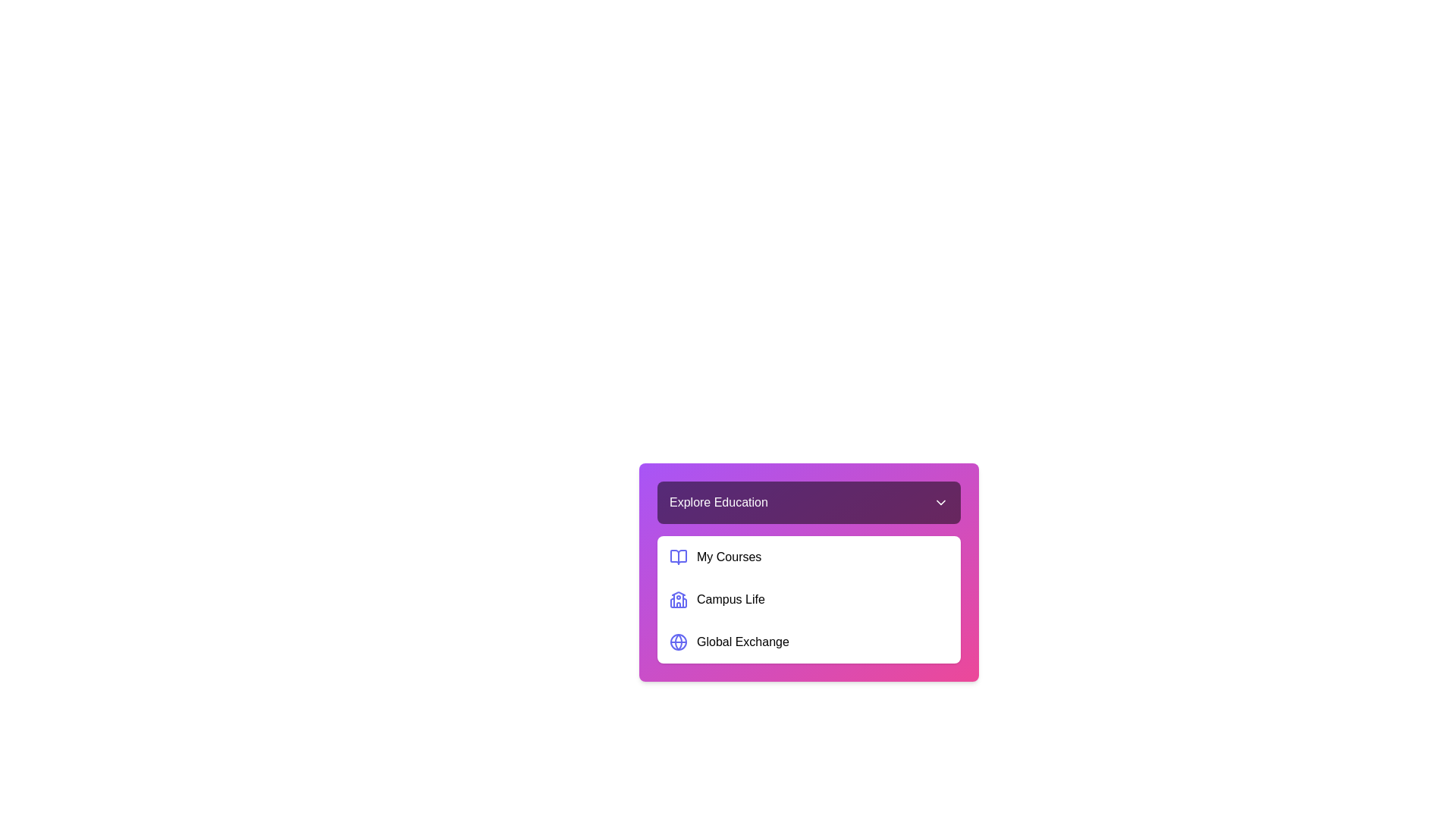 The height and width of the screenshot is (819, 1456). What do you see at coordinates (677, 593) in the screenshot?
I see `the triangular roof-like structure of the school icon, which is a vector graphic feature located centrally in the top area of the icon` at bounding box center [677, 593].